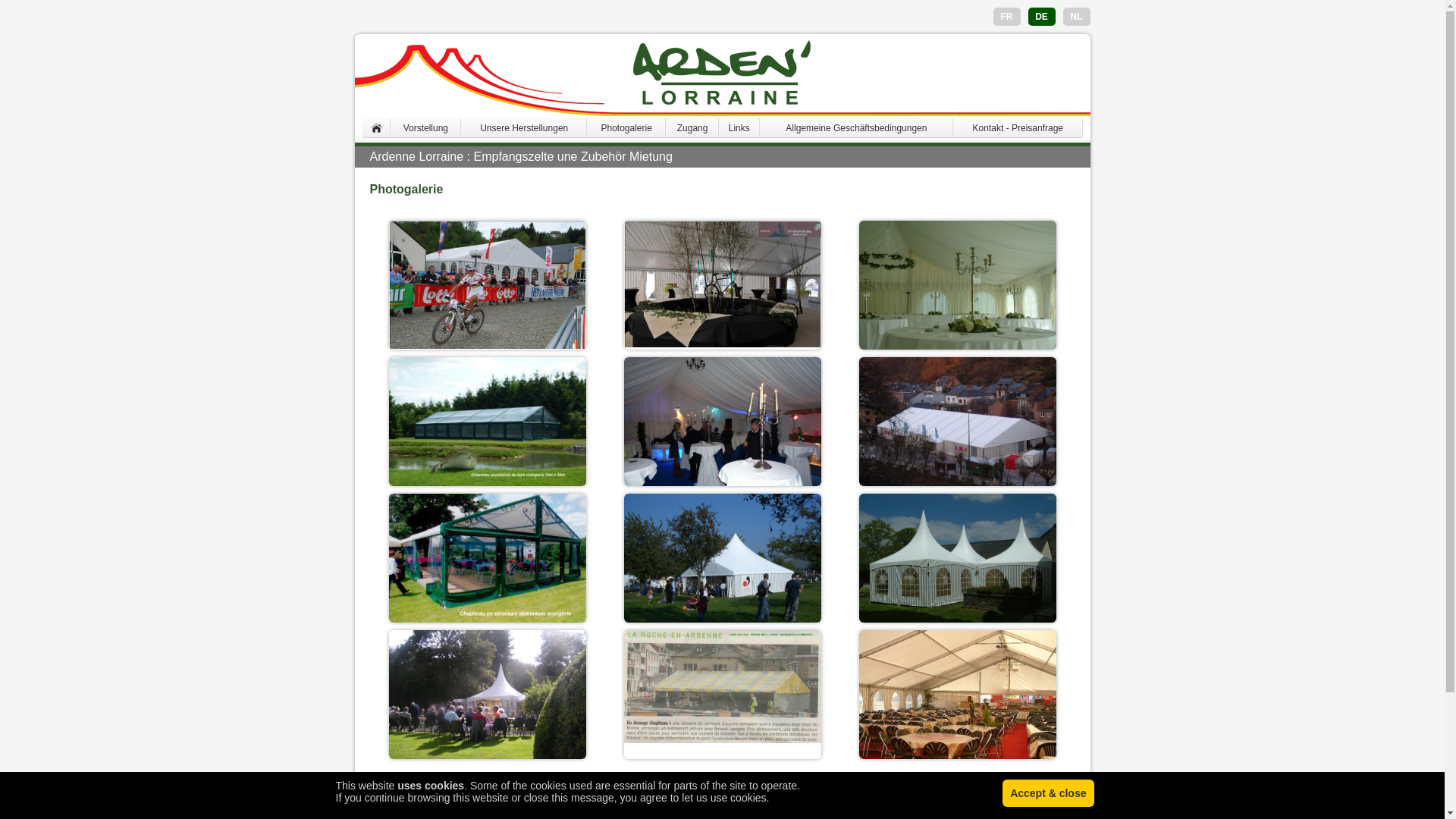 The height and width of the screenshot is (819, 1456). Describe the element at coordinates (524, 127) in the screenshot. I see `'Unsere Herstellungen'` at that location.